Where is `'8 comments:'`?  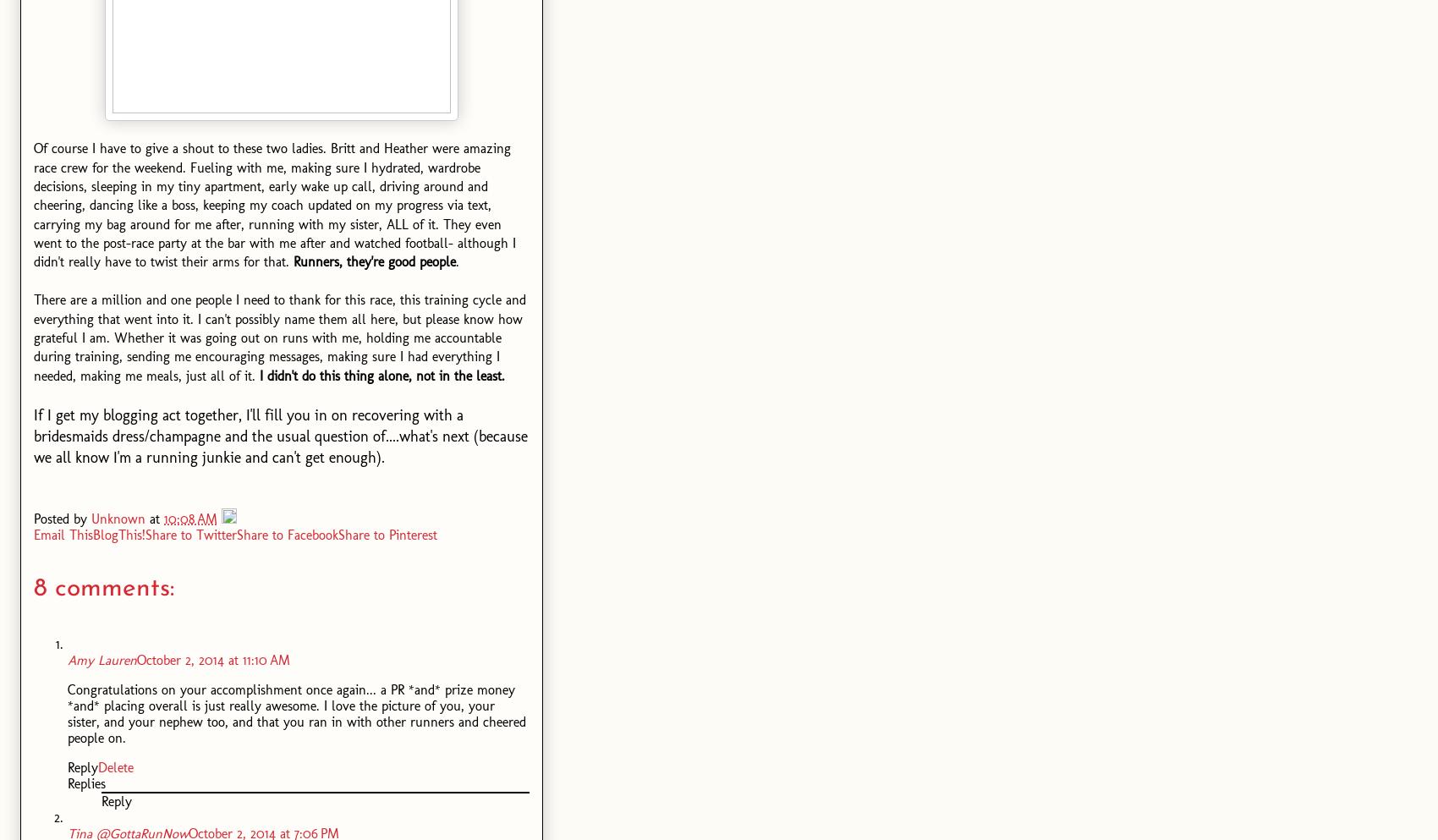
'8 comments:' is located at coordinates (103, 588).